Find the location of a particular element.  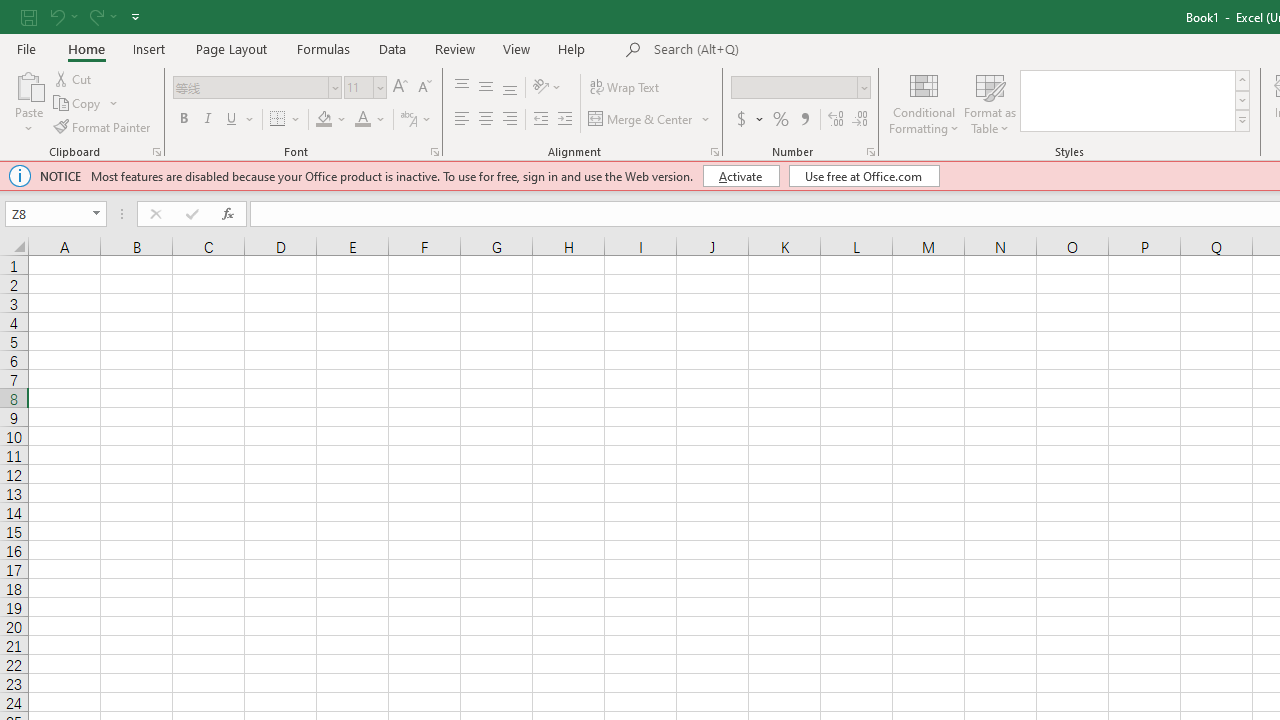

'Decrease Indent' is located at coordinates (540, 119).